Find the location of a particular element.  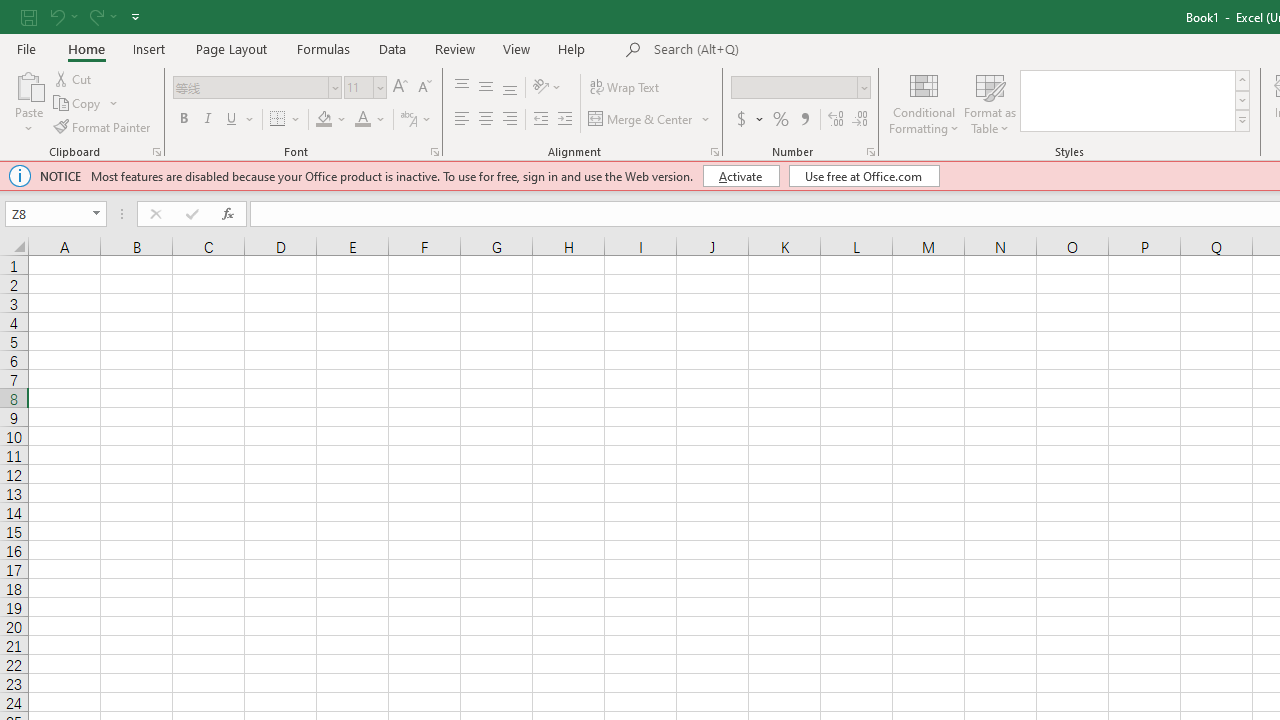

'Decrease Indent' is located at coordinates (540, 119).